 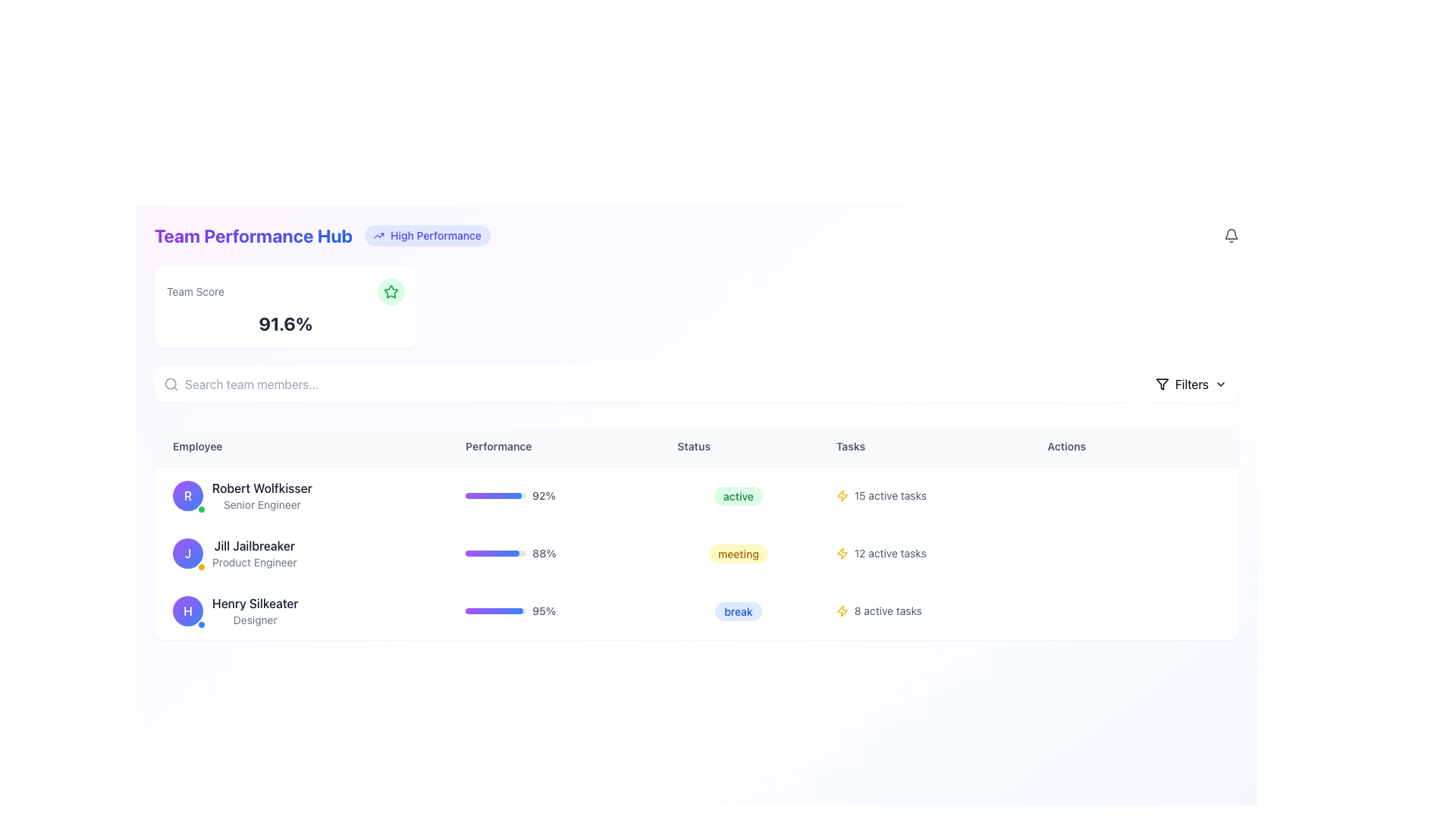 What do you see at coordinates (841, 553) in the screenshot?
I see `the Icon in the 'Tasks' column that represents a task associated with 'Robert Wolfkisser', located to the right of the 'Status' section and to the left of the 'Actions' column` at bounding box center [841, 553].